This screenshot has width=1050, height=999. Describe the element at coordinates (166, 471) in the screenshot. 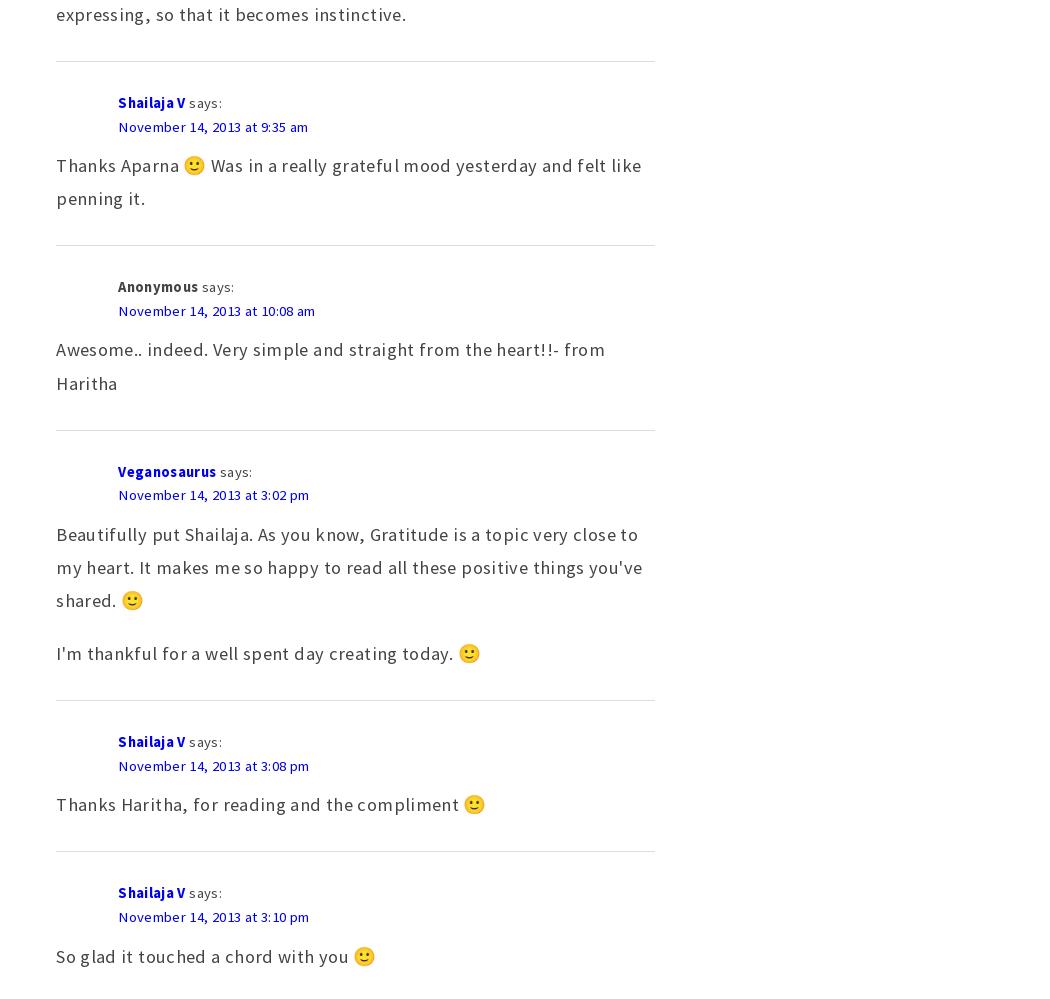

I see `'Veganosaurus'` at that location.